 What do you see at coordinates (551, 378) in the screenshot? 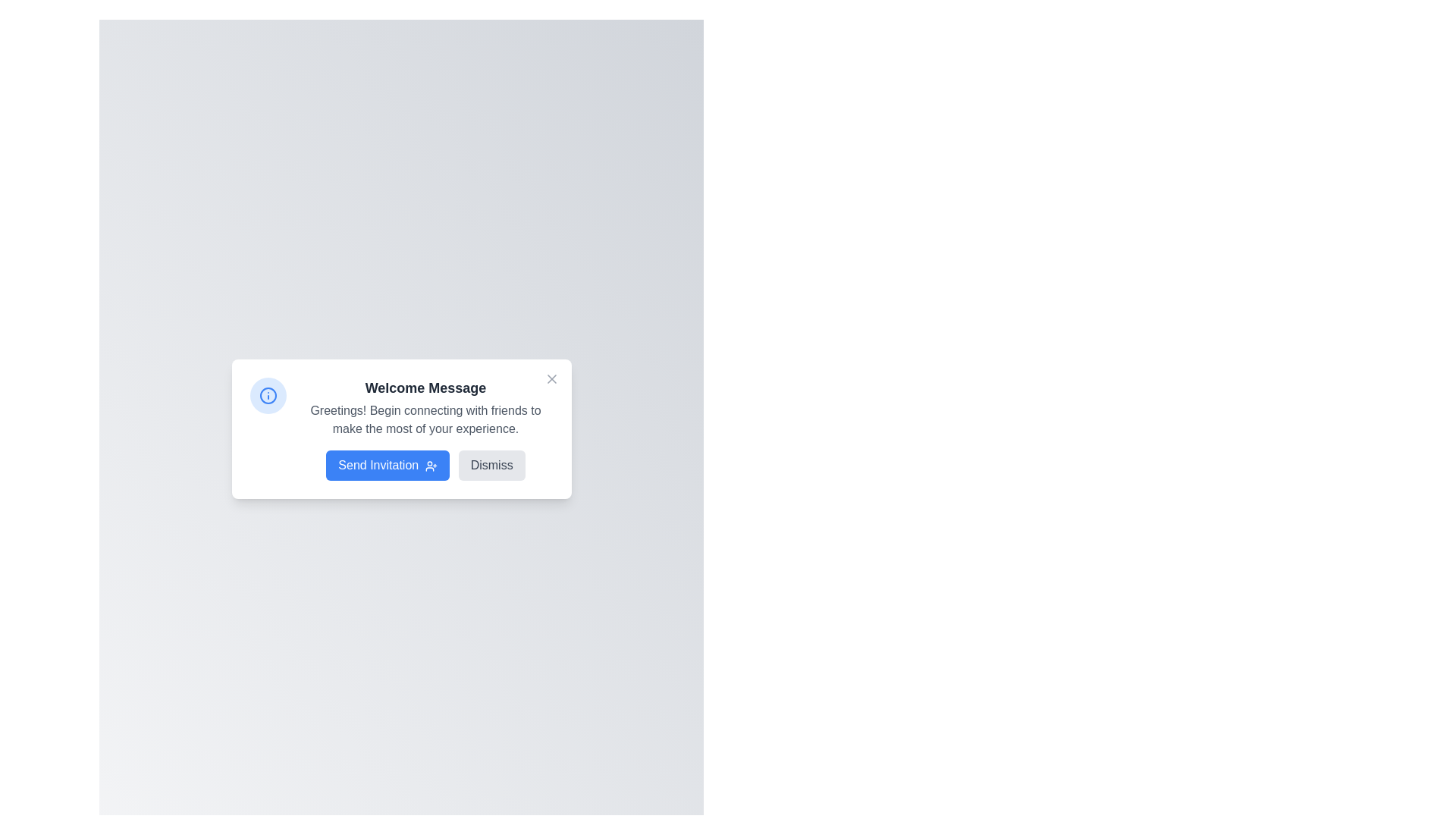
I see `the Close button located in the top-right corner of the modal dialog box, adjacent to the header text 'Welcome Message'` at bounding box center [551, 378].